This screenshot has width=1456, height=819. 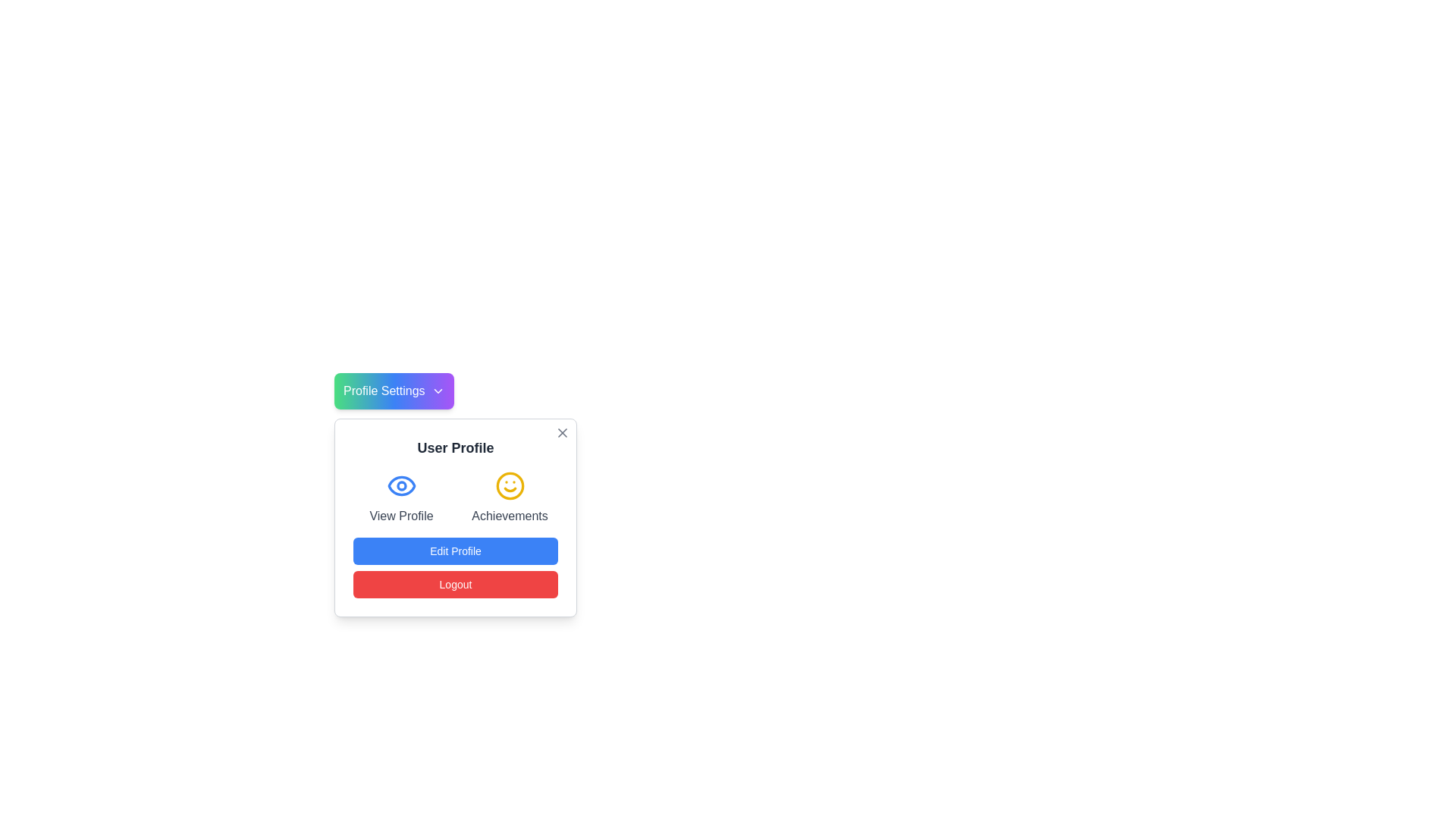 What do you see at coordinates (454, 567) in the screenshot?
I see `the 'Logout' button, which is the red button with white text located at the bottom of the stacked buttons in the 'User Profile' pop-up` at bounding box center [454, 567].